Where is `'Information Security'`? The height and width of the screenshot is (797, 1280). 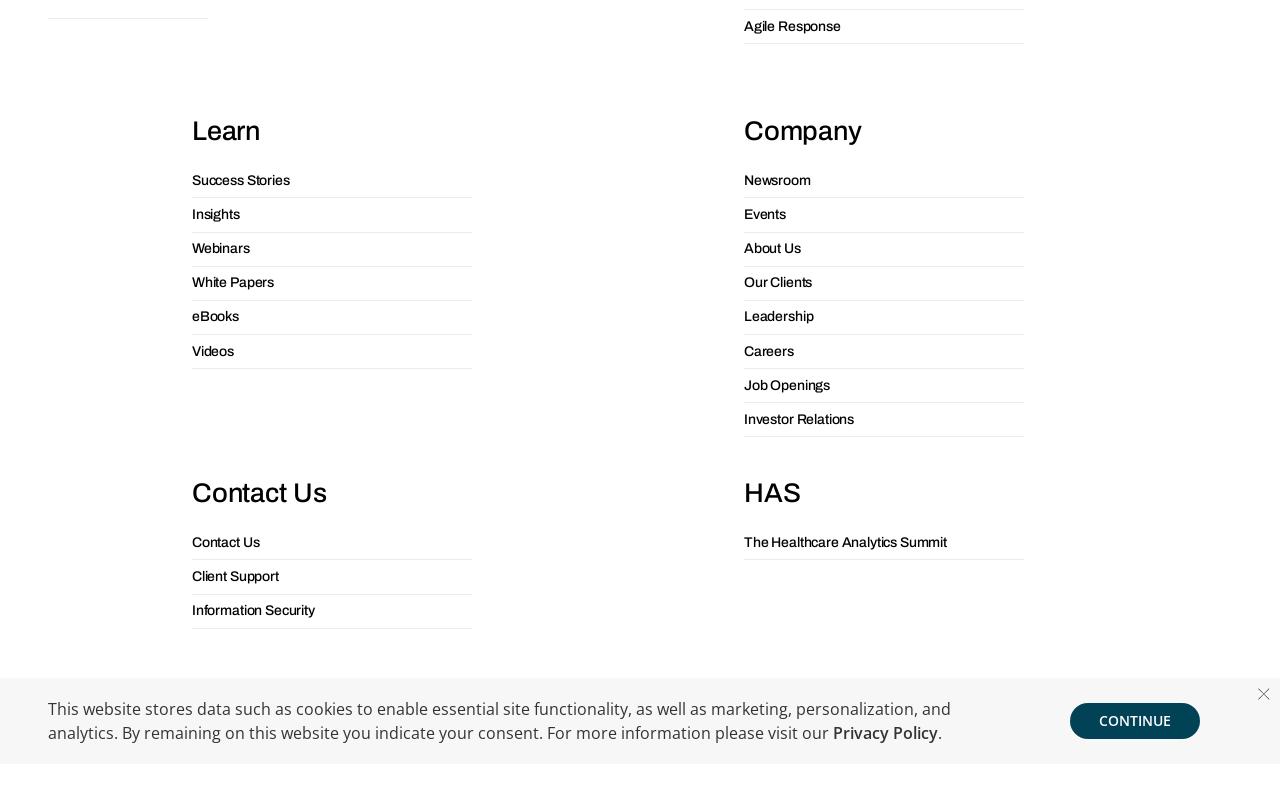 'Information Security' is located at coordinates (190, 251).